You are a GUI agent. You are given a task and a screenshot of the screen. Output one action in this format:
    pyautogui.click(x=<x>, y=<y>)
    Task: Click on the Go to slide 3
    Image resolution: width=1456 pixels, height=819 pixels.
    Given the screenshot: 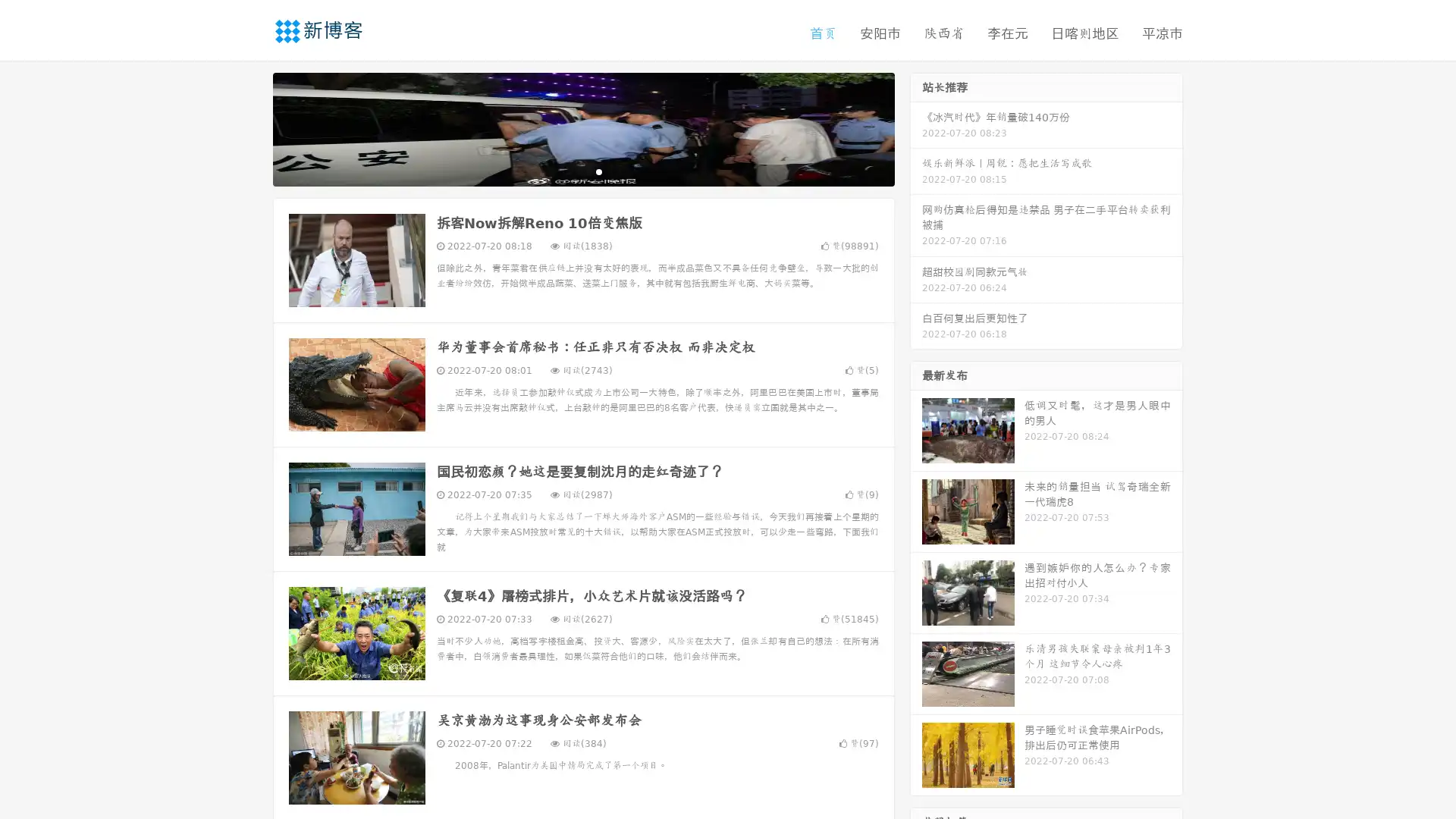 What is the action you would take?
    pyautogui.click(x=598, y=171)
    